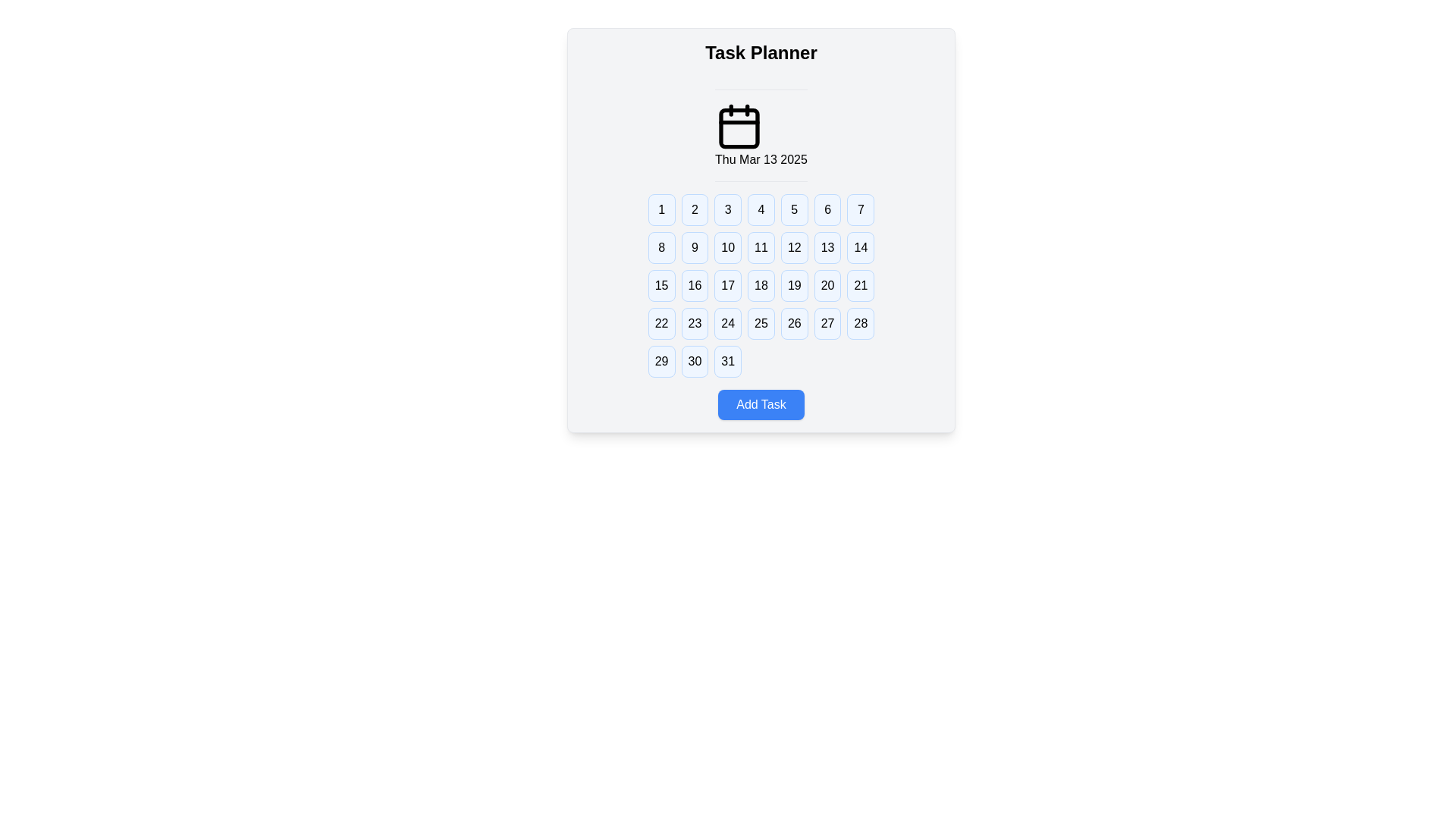 The height and width of the screenshot is (819, 1456). I want to click on the grid cell button styled as a rounded rectangular button with a light blue background that contains the number '3' in bold black text, located in the second column of the first row in the grid layout, so click(728, 210).